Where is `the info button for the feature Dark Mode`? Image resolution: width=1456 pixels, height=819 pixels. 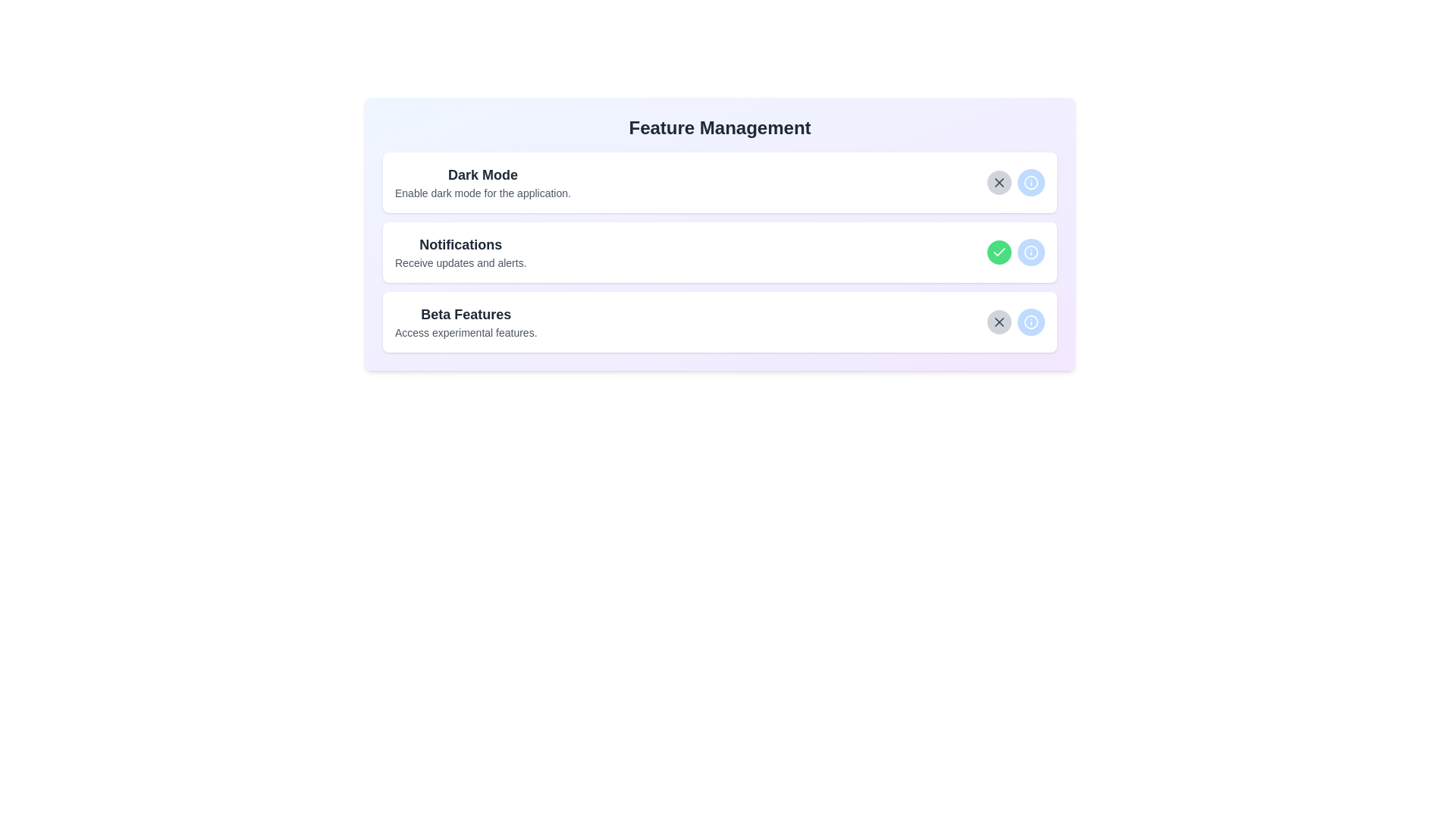
the info button for the feature Dark Mode is located at coordinates (1031, 181).